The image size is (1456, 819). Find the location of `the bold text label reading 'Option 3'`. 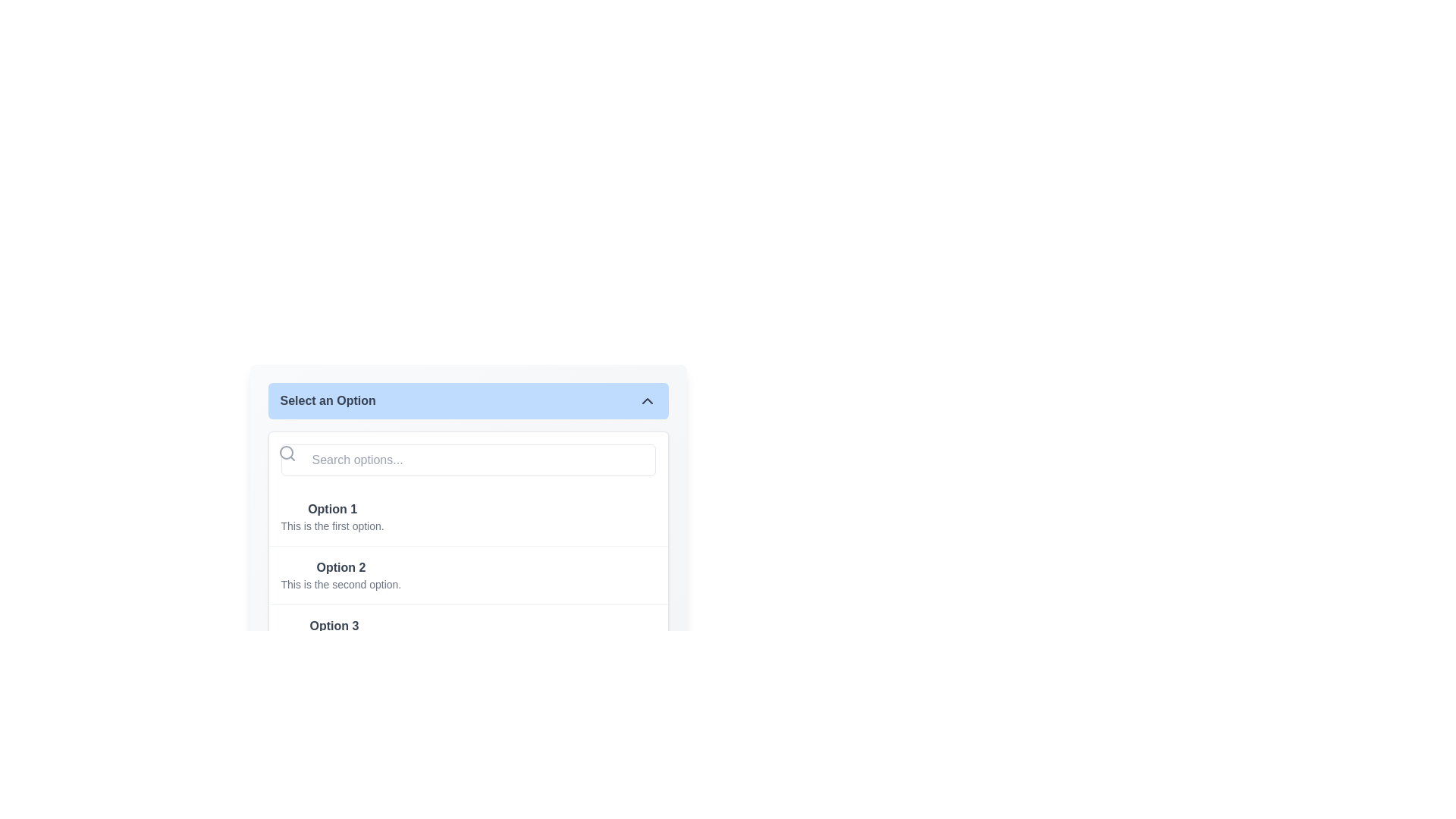

the bold text label reading 'Option 3' is located at coordinates (334, 626).